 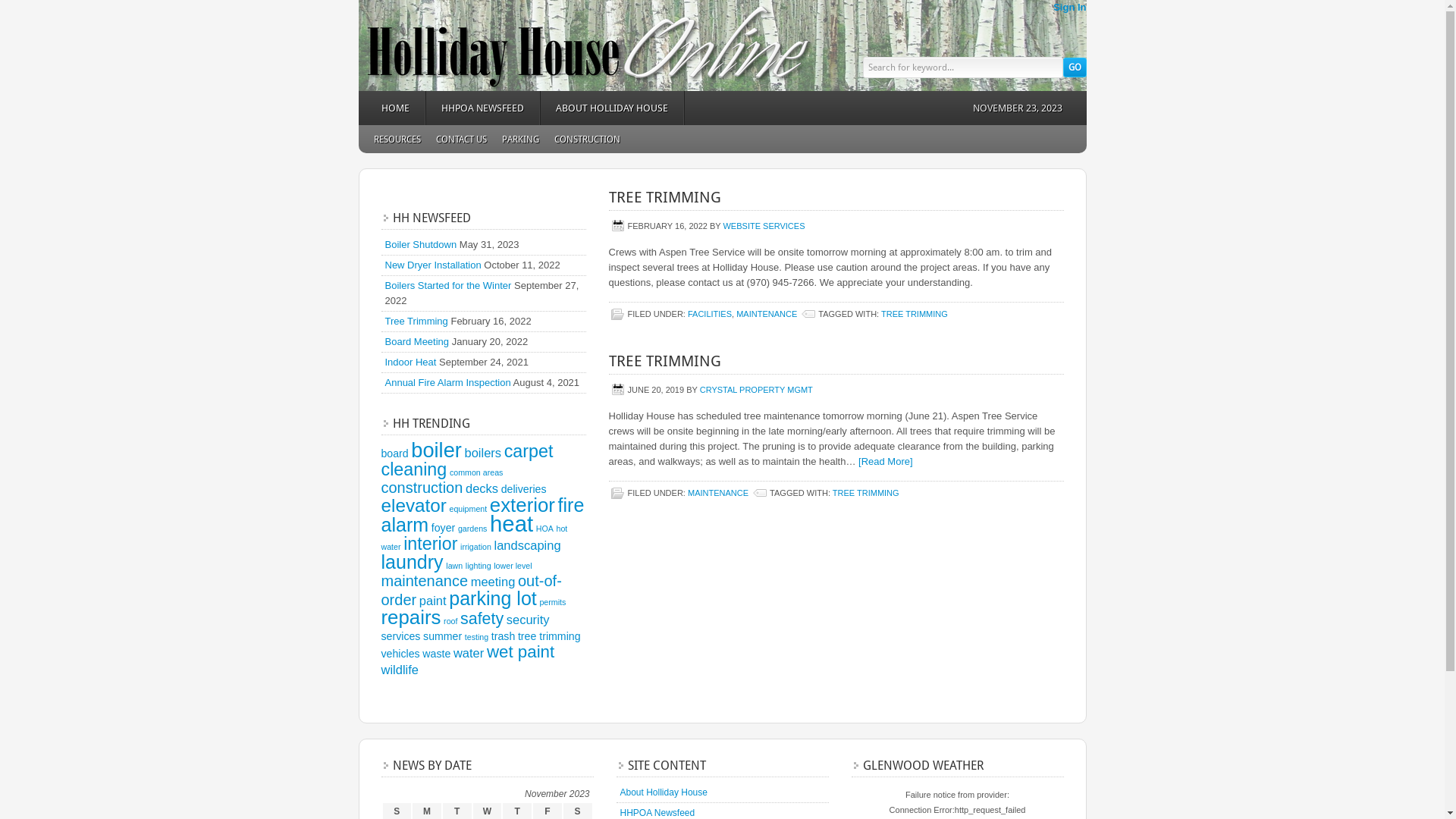 I want to click on 'roof', so click(x=443, y=620).